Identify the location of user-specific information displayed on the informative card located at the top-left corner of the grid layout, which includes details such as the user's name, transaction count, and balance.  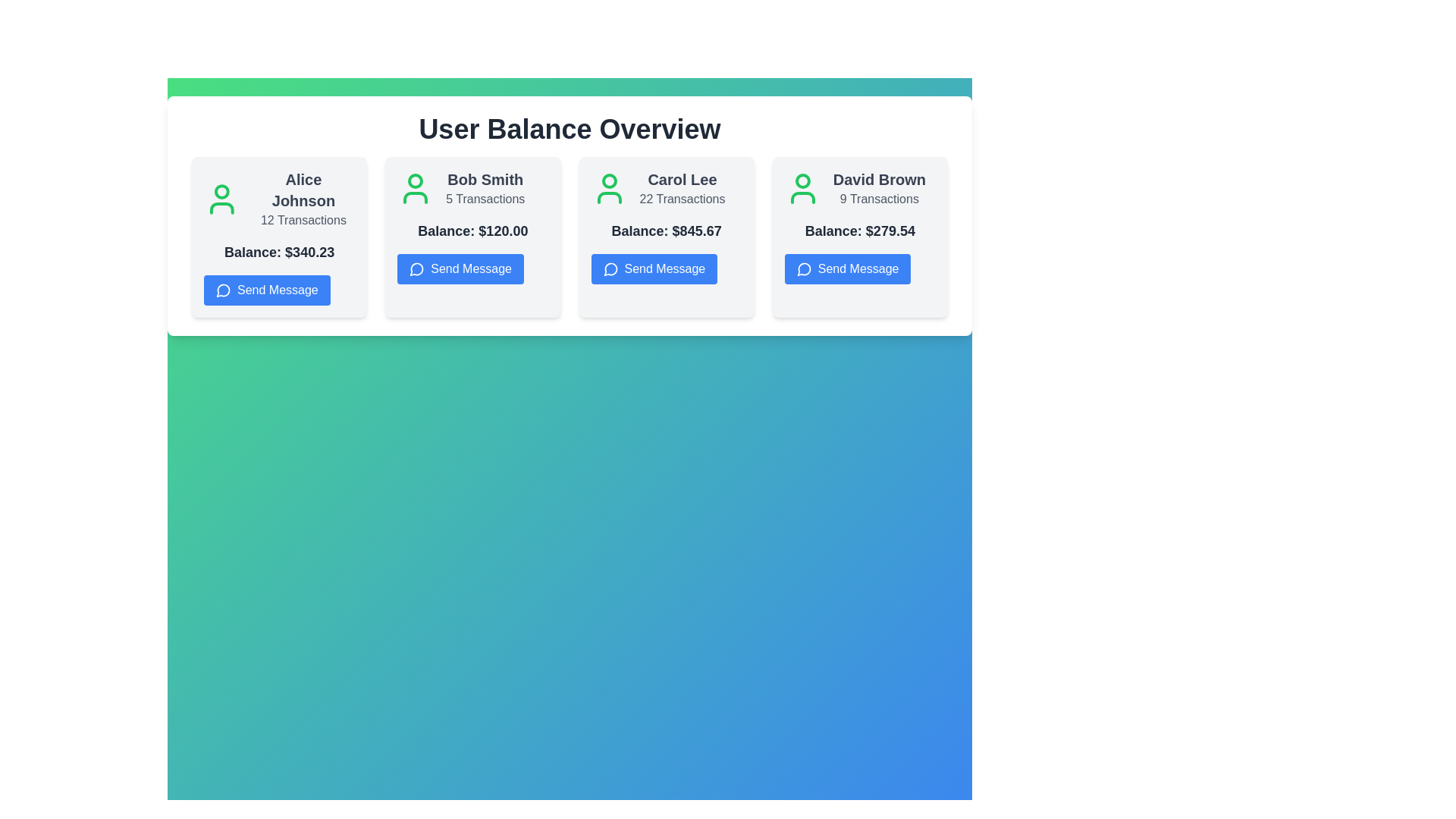
(279, 237).